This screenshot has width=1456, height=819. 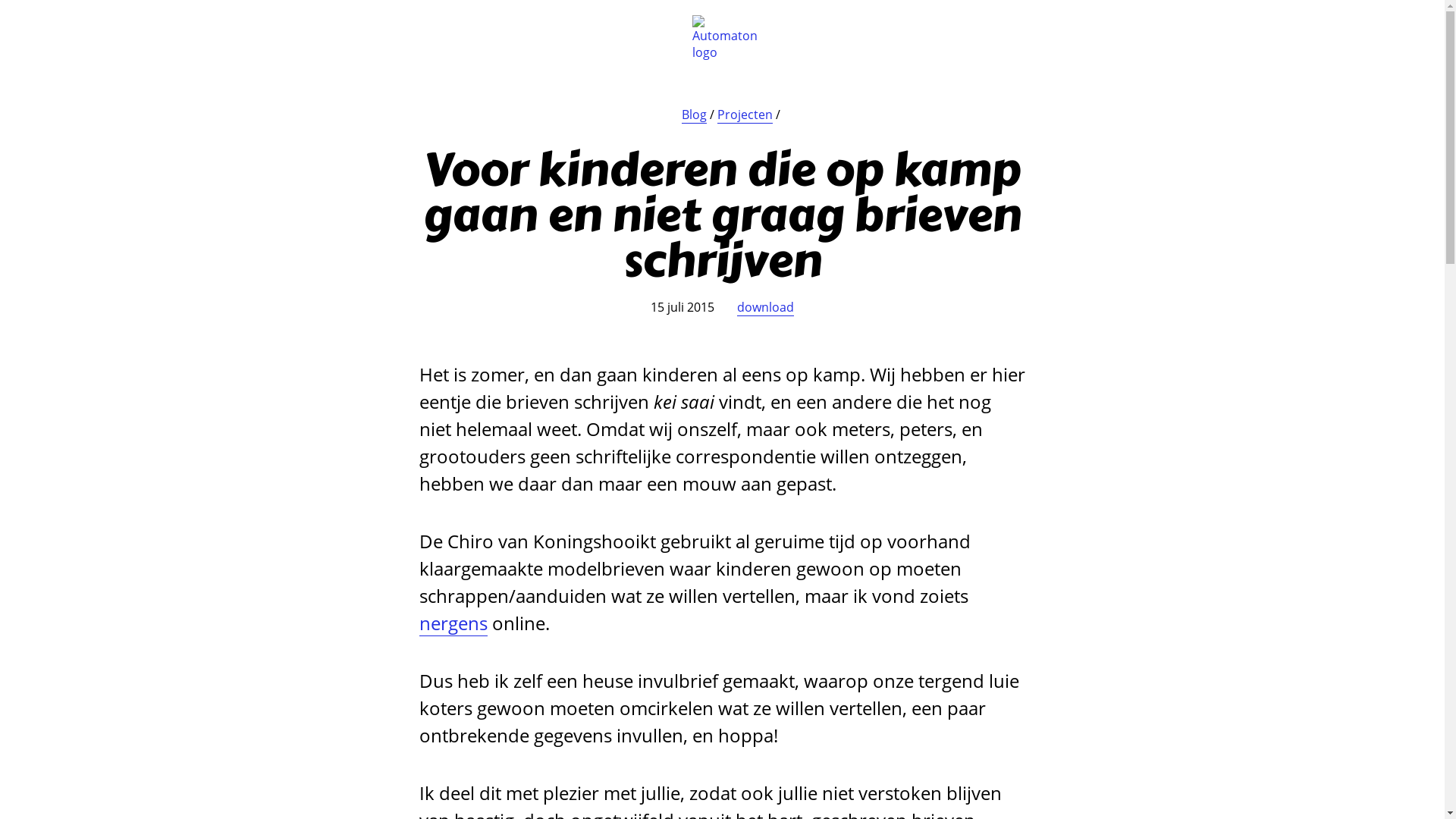 What do you see at coordinates (765, 307) in the screenshot?
I see `'download'` at bounding box center [765, 307].